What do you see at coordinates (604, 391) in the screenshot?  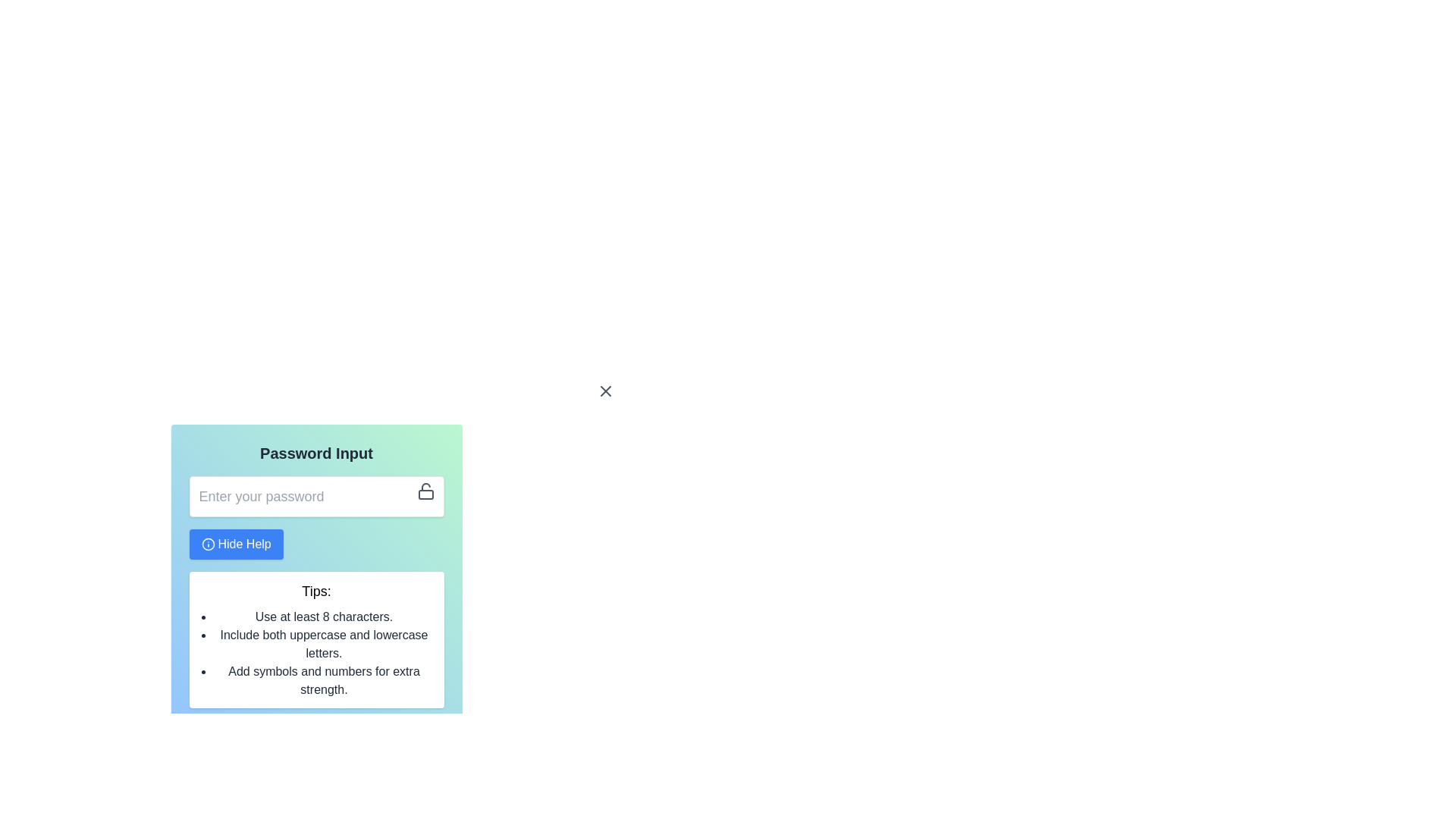 I see `the diagonal line segment of the 'X' shape icon, which is styled in a neutral color and is part of a larger graphic icon, located to the right of the password input field` at bounding box center [604, 391].